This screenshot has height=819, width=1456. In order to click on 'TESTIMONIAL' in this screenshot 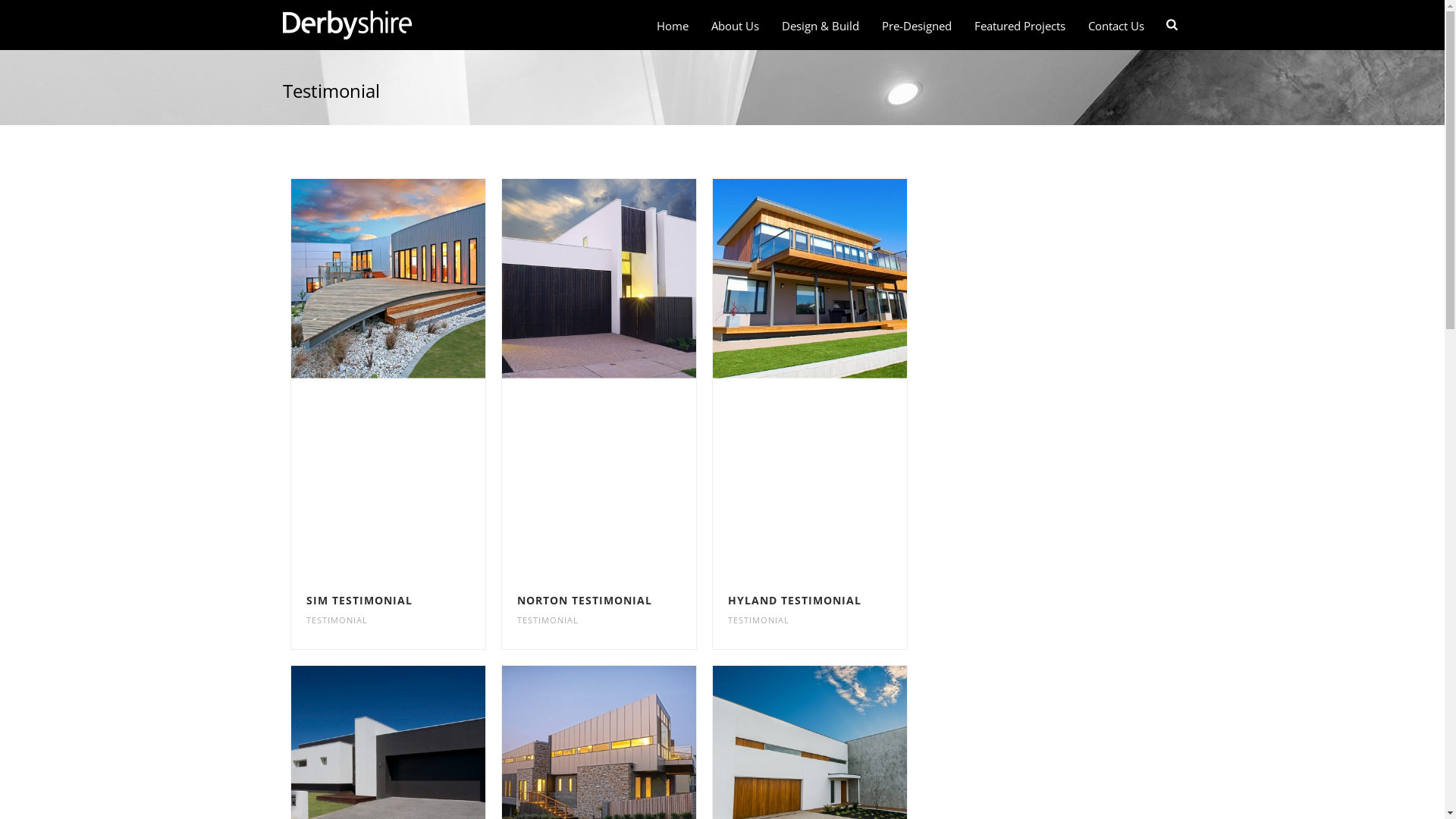, I will do `click(336, 620)`.